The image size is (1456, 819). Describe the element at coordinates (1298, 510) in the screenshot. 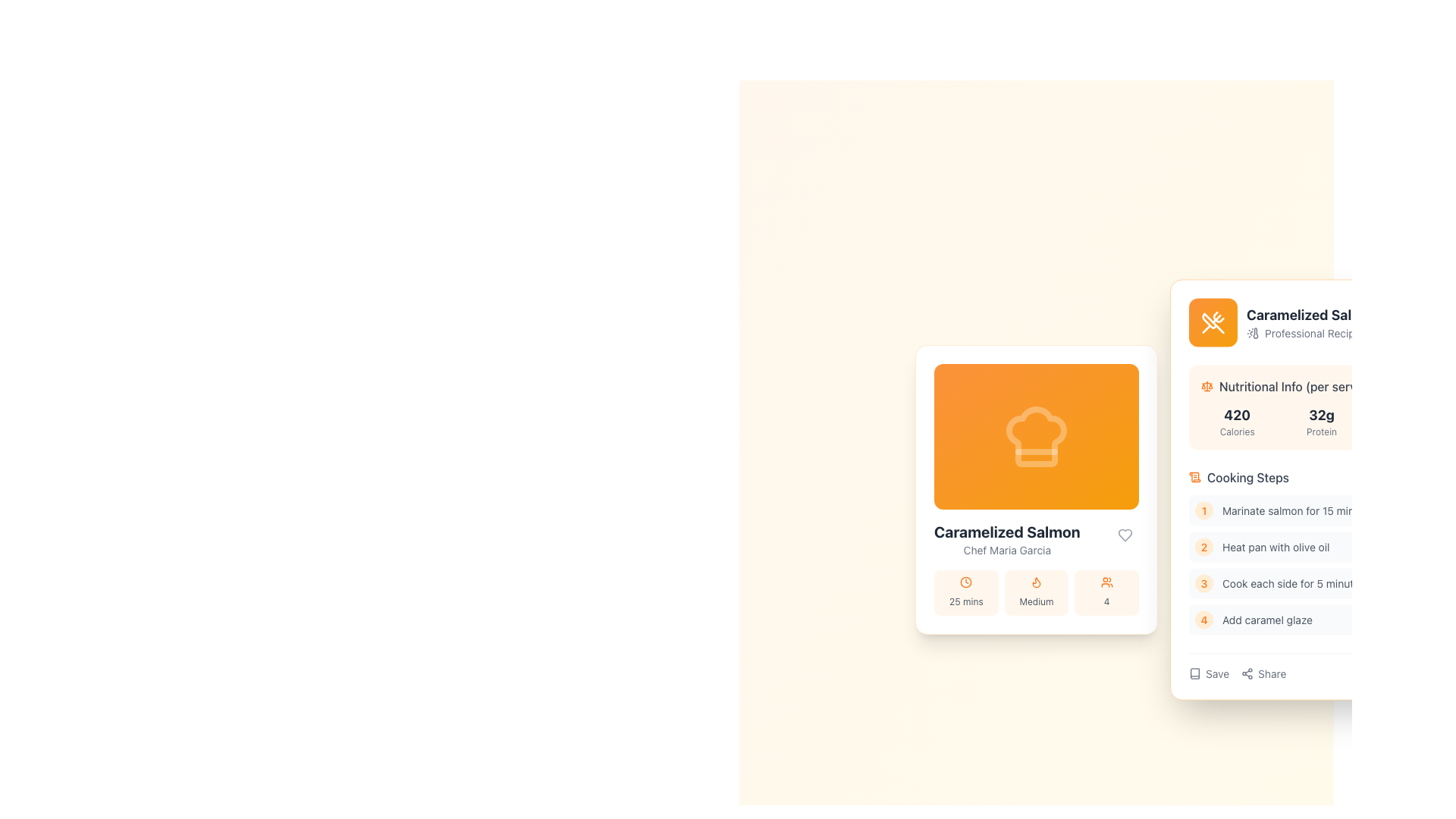

I see `the text label displaying 'Marinate salmon for 15 minutes' in the cooking steps list` at that location.